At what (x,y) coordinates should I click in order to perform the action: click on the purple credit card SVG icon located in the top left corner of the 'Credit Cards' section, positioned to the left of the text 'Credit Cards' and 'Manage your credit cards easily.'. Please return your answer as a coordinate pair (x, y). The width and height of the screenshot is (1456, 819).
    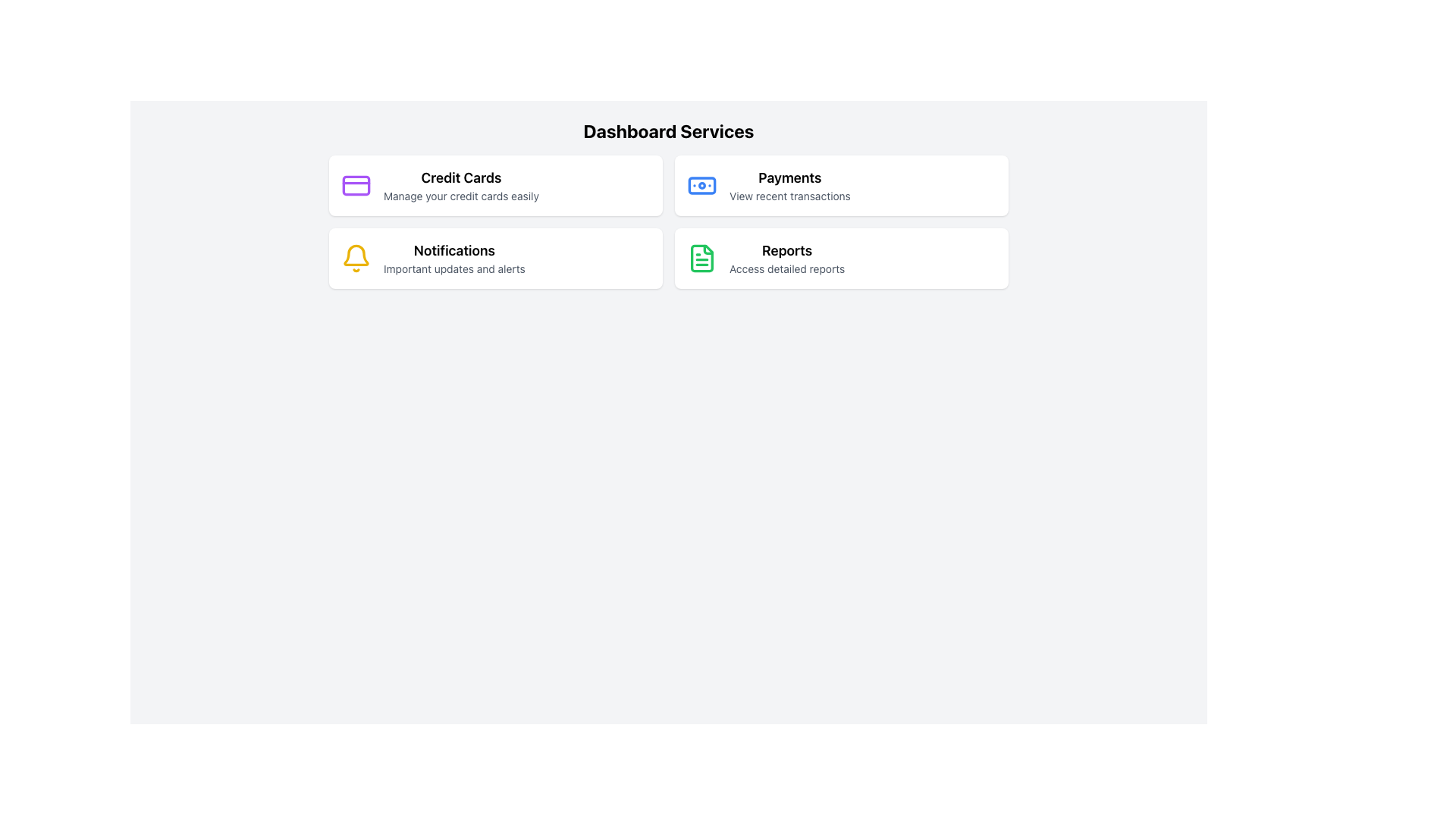
    Looking at the image, I should click on (356, 185).